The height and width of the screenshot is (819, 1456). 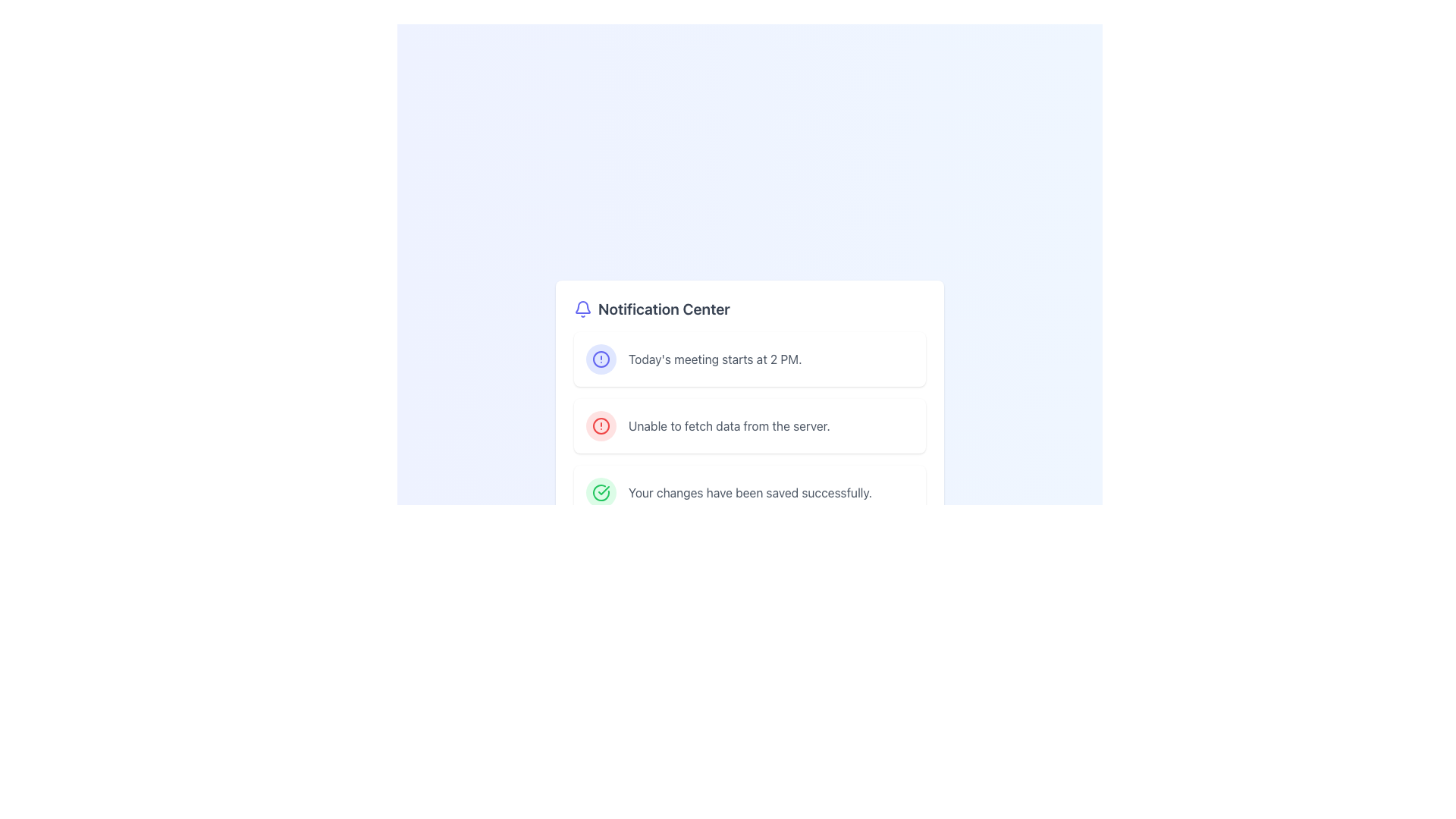 What do you see at coordinates (600, 359) in the screenshot?
I see `the alert icon representing an alert symbol with a central exclamation mark, located in the second notification entry from the top in the notification list` at bounding box center [600, 359].